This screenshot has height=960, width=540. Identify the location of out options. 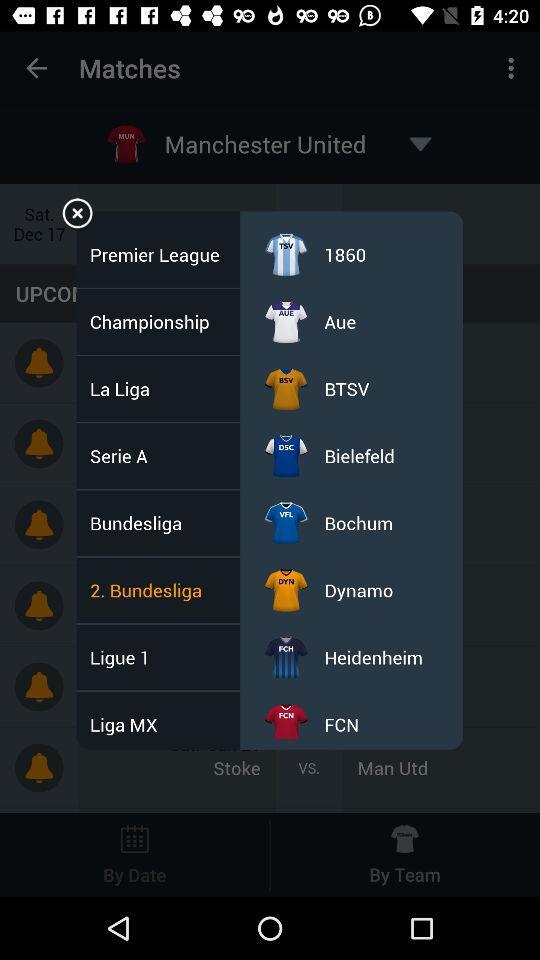
(76, 216).